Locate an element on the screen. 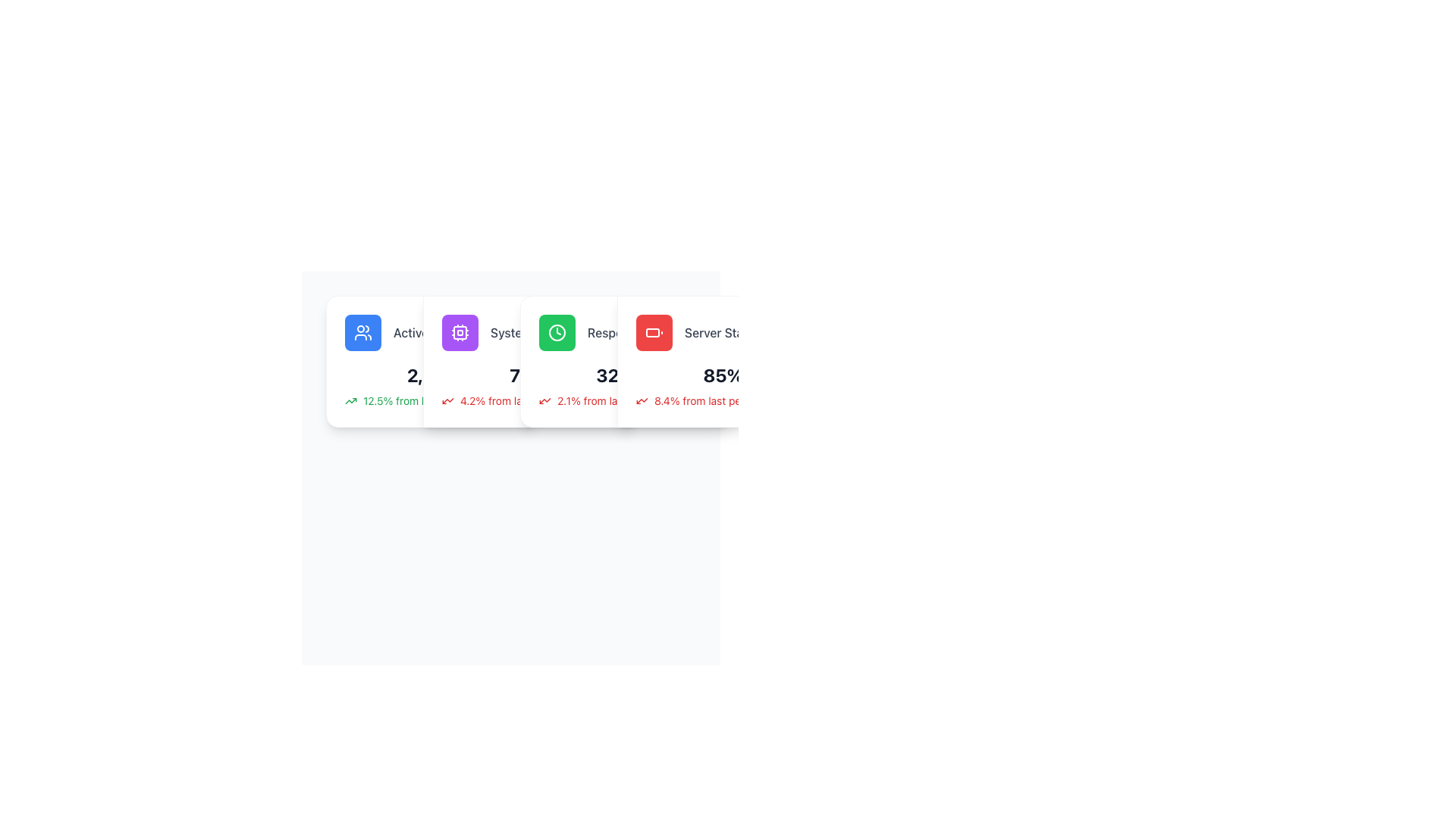 This screenshot has height=819, width=1456. the visual representation of the green circular SVG element located in the center of the clock icon, which is the third card from the left aligned with the 'Response' label is located at coordinates (556, 332).